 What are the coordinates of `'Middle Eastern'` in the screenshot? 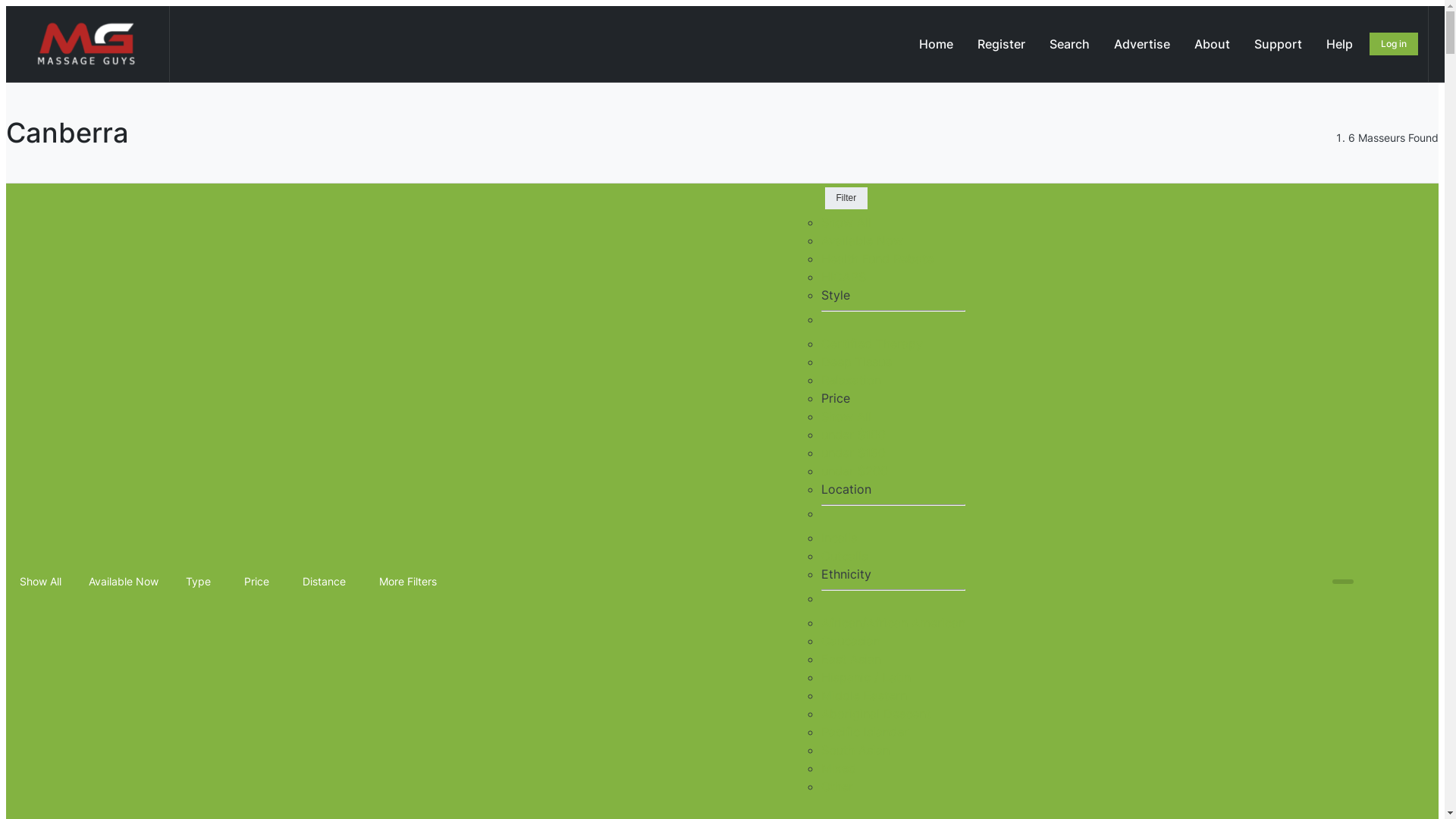 It's located at (863, 695).